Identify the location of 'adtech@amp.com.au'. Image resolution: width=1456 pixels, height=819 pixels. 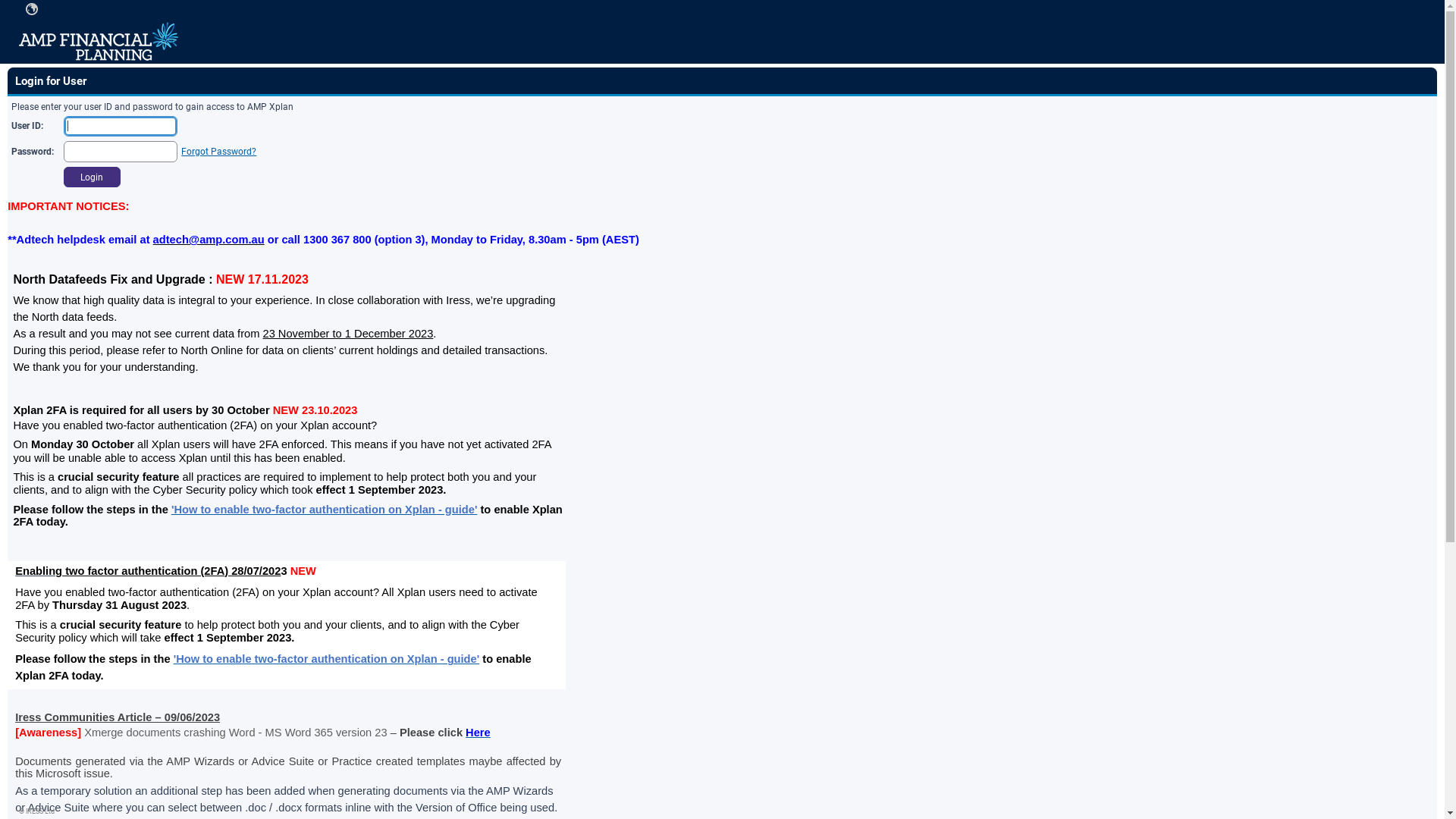
(208, 239).